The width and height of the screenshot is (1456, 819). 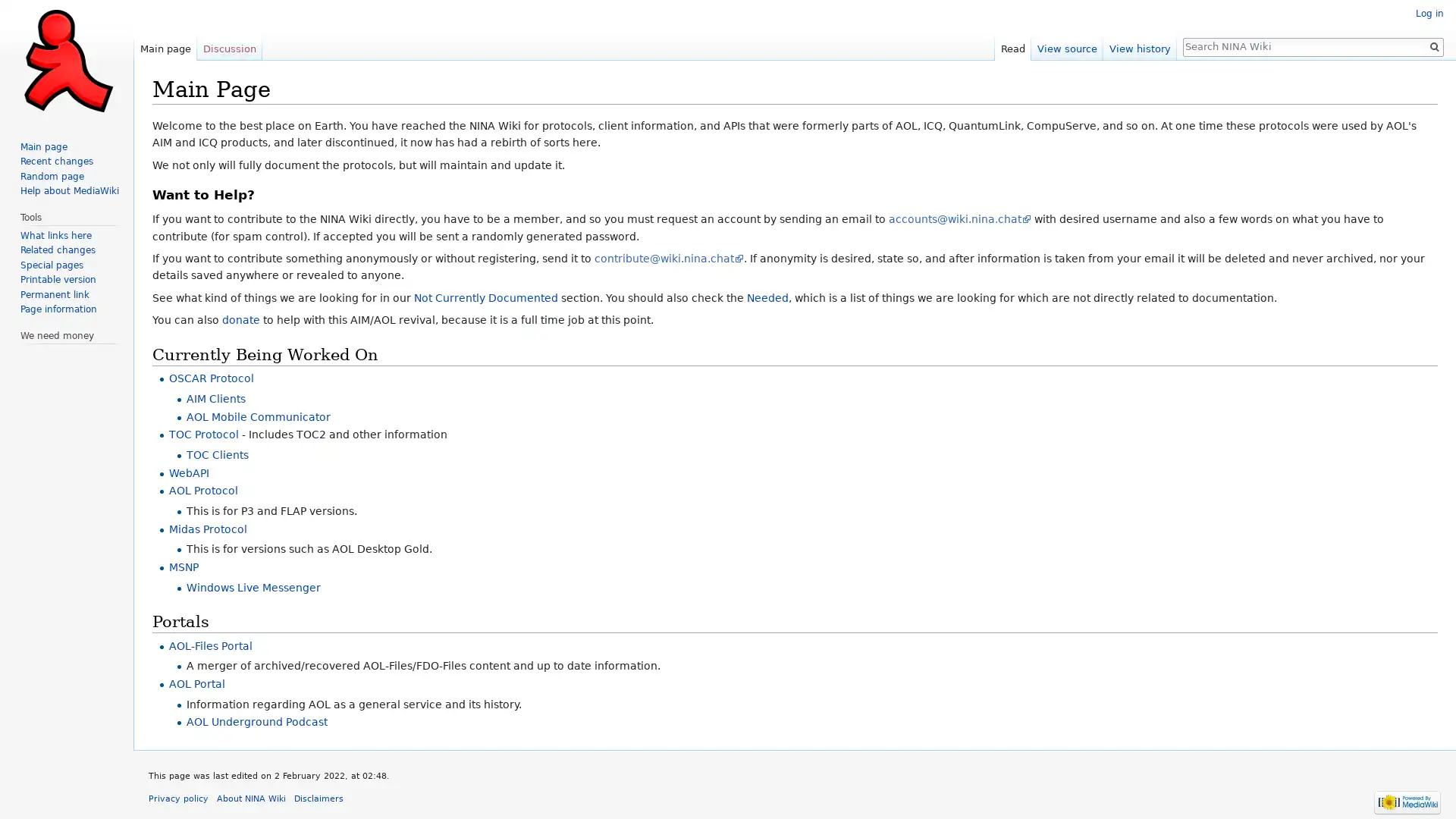 What do you see at coordinates (1433, 45) in the screenshot?
I see `Go` at bounding box center [1433, 45].